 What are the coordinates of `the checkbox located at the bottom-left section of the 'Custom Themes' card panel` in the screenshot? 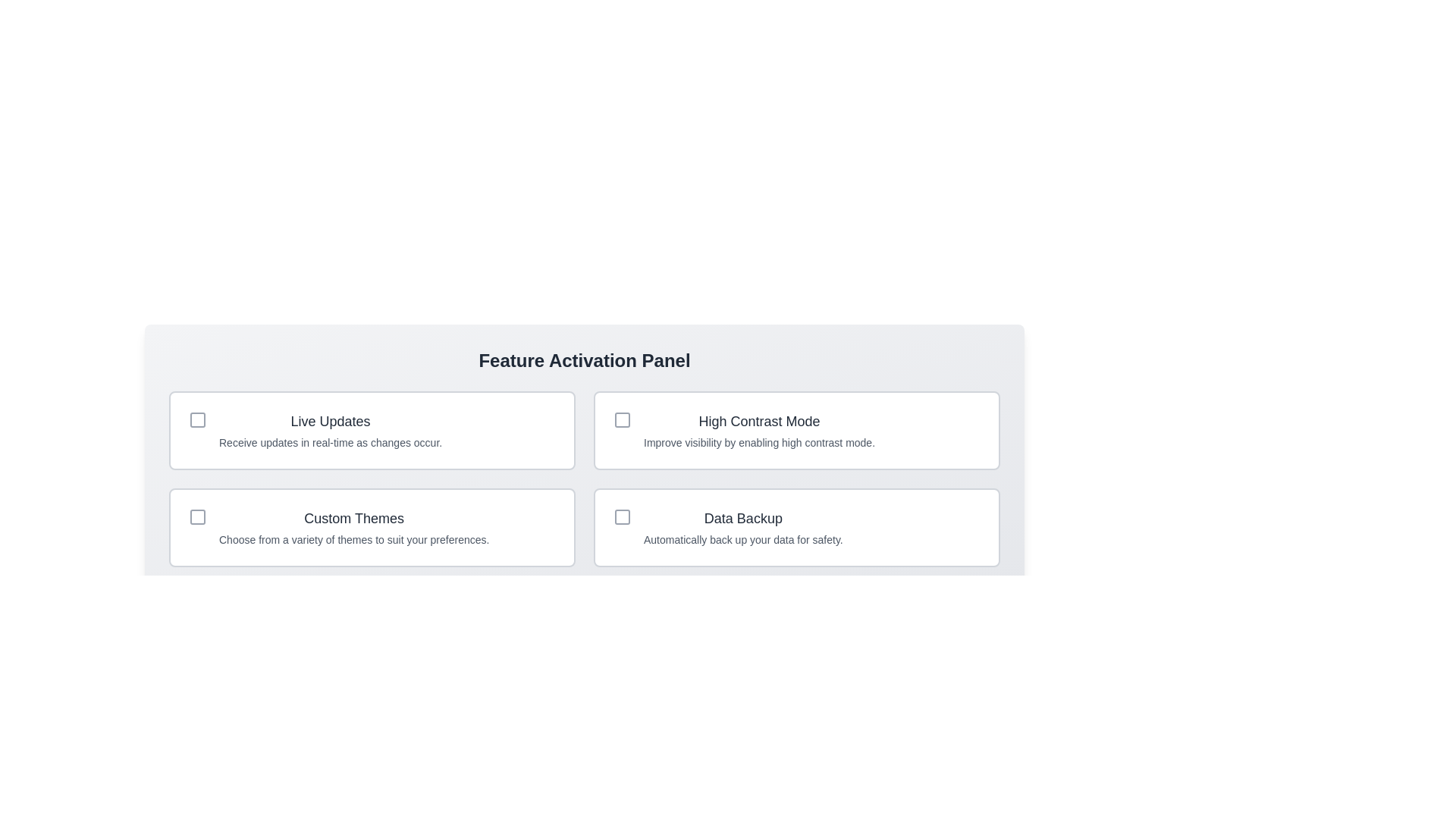 It's located at (196, 516).